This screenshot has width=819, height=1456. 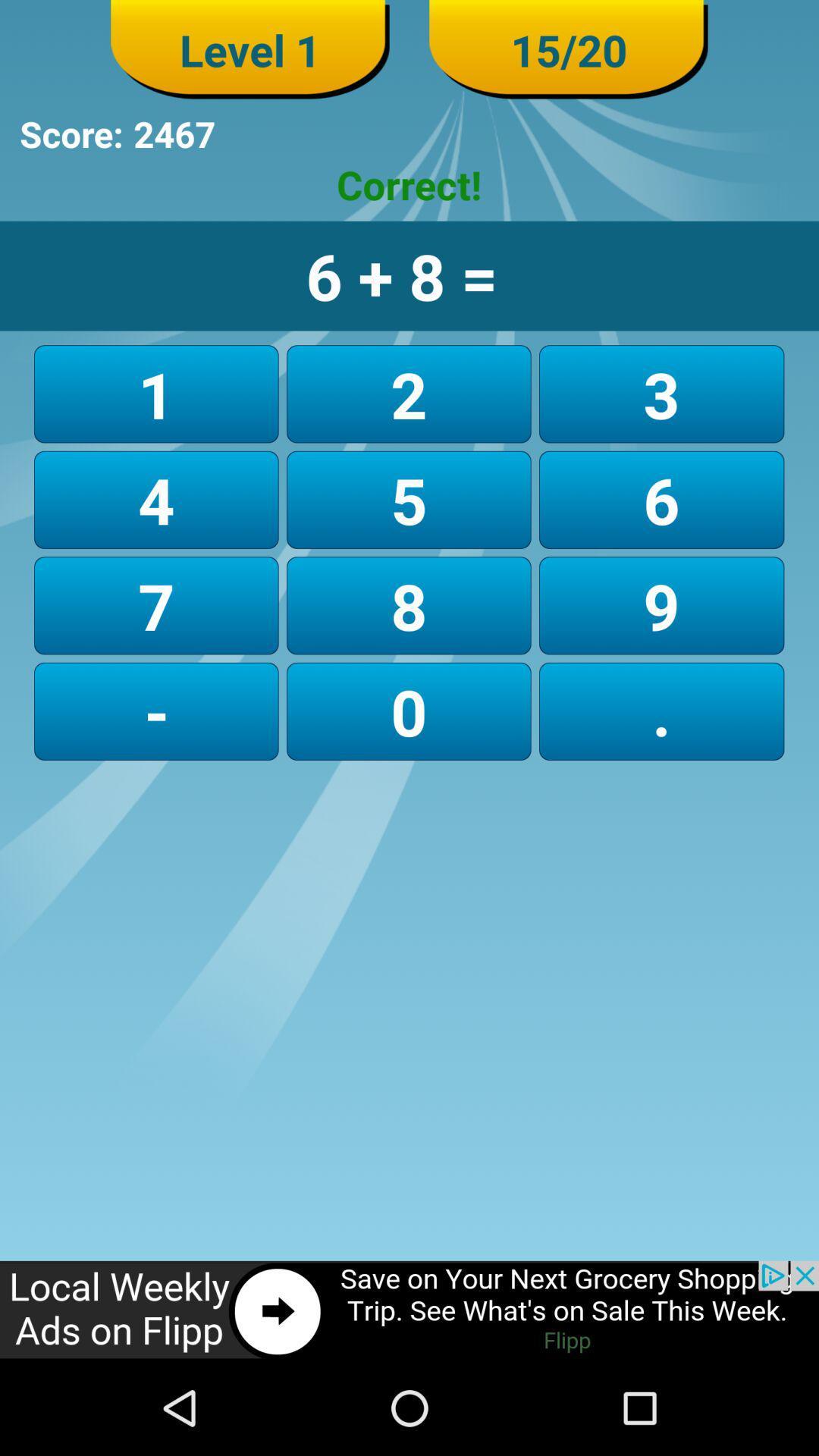 What do you see at coordinates (409, 1310) in the screenshot?
I see `click on advertisement` at bounding box center [409, 1310].